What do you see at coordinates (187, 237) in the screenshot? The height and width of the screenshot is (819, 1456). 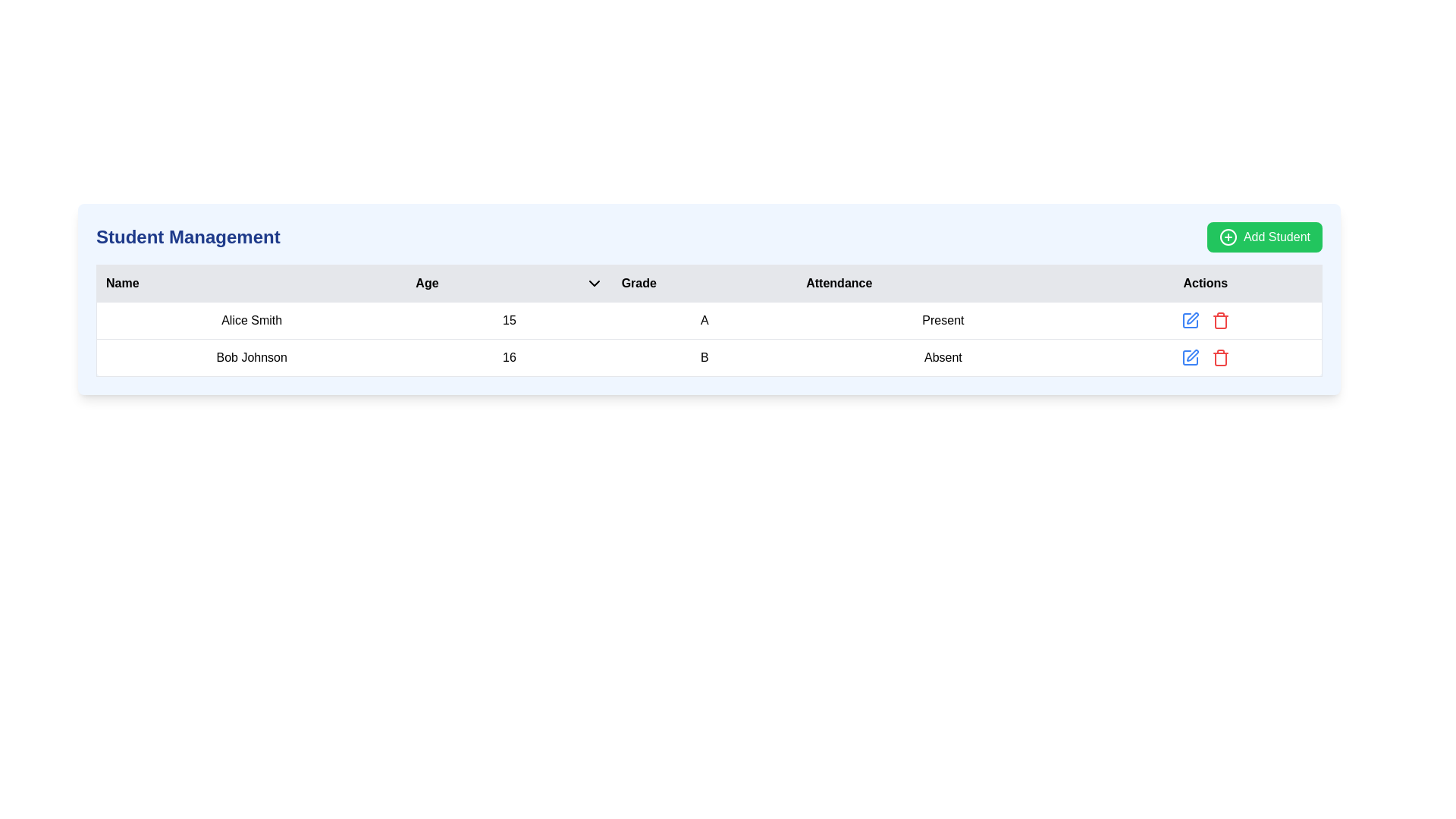 I see `the heading text that reads 'Student Management', which is styled in a large, bold, dark blue font and located in the upper-left section of the interface` at bounding box center [187, 237].